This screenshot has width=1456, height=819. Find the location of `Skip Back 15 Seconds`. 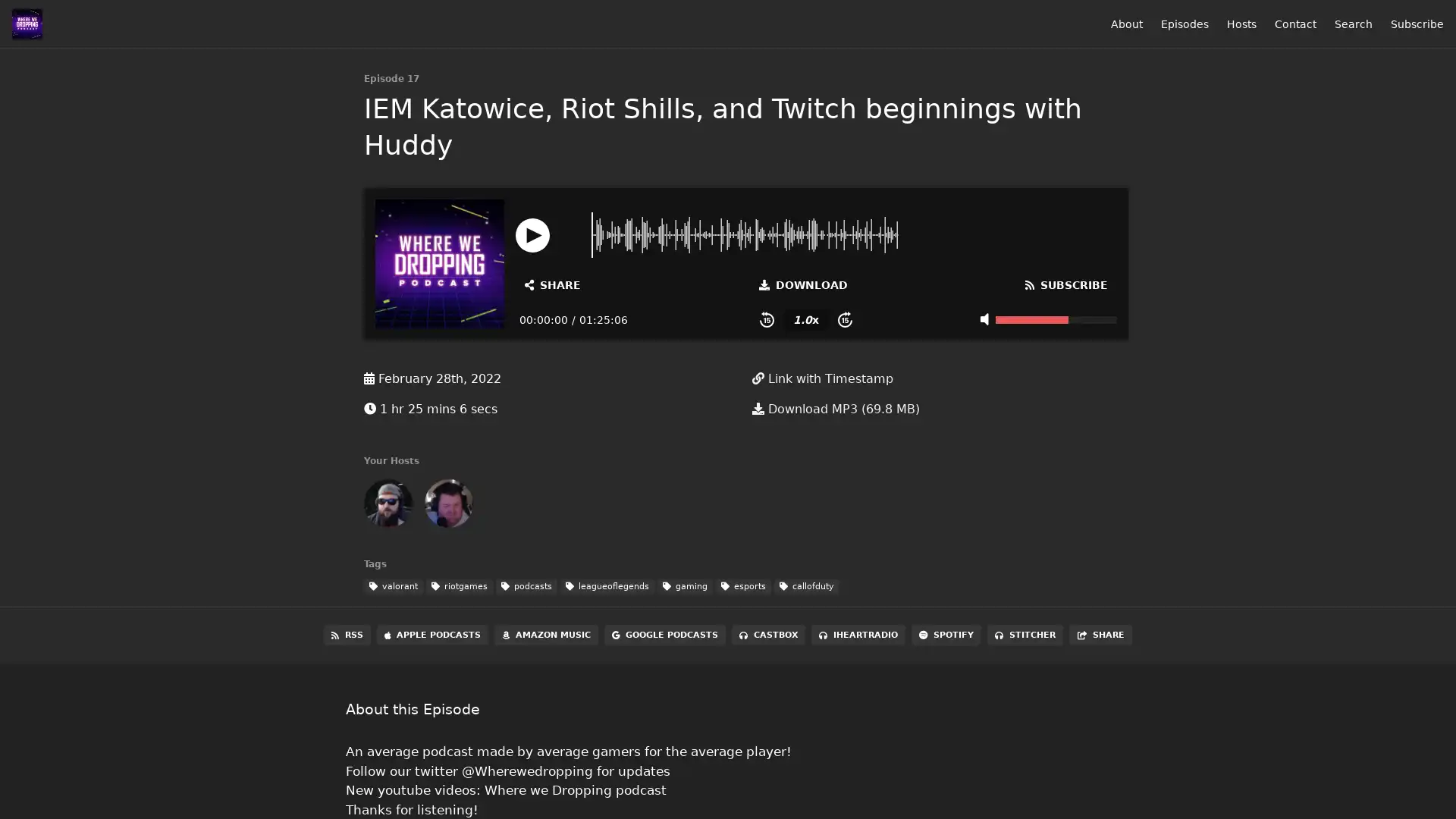

Skip Back 15 Seconds is located at coordinates (767, 318).